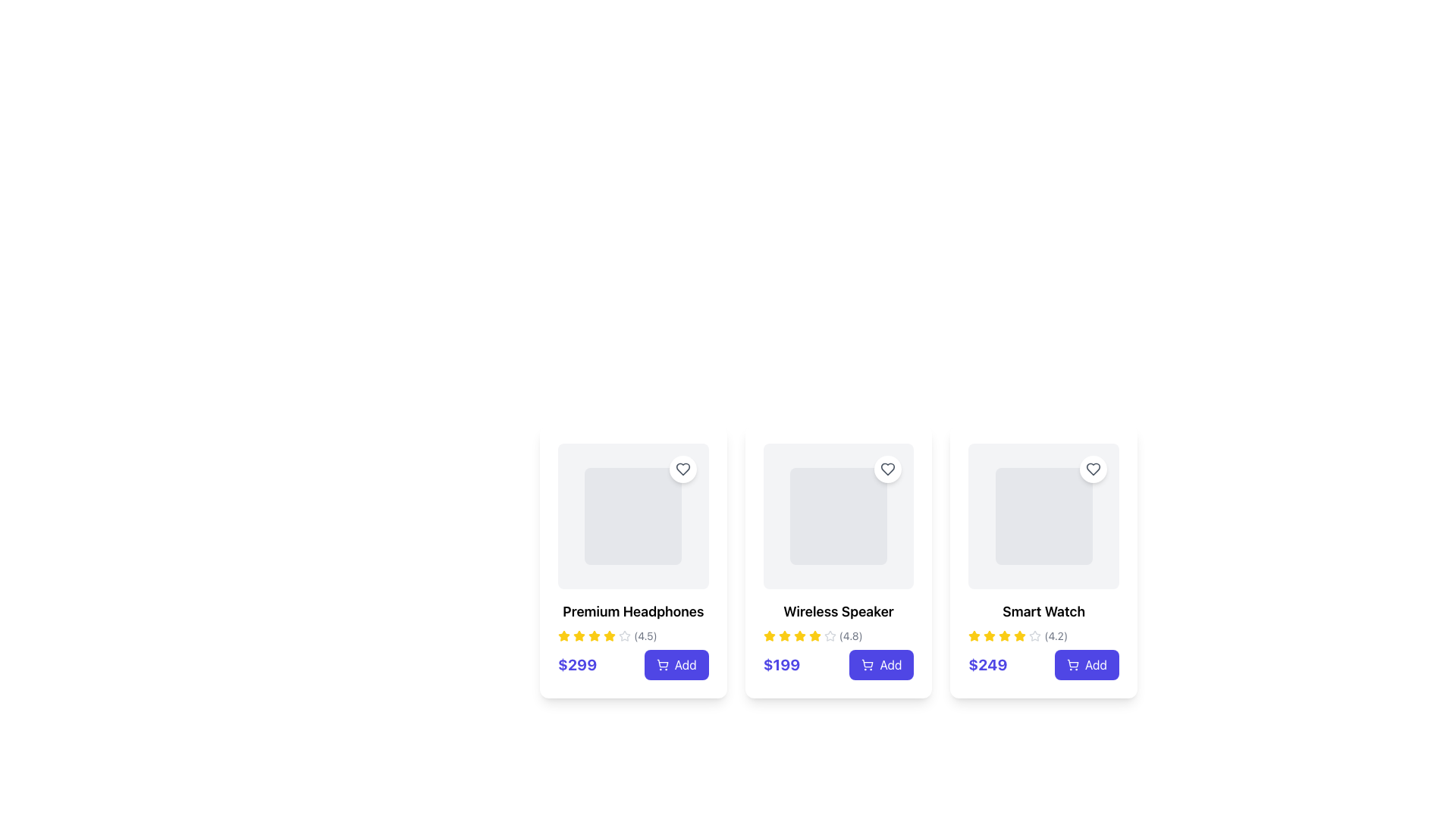 This screenshot has width=1456, height=819. I want to click on the Visual Indicator - Rating Component displaying four yellow stars and a gray star, indicating a rating of (4.8), located in the second card from the left for 'Wireless Speaker', so click(837, 636).